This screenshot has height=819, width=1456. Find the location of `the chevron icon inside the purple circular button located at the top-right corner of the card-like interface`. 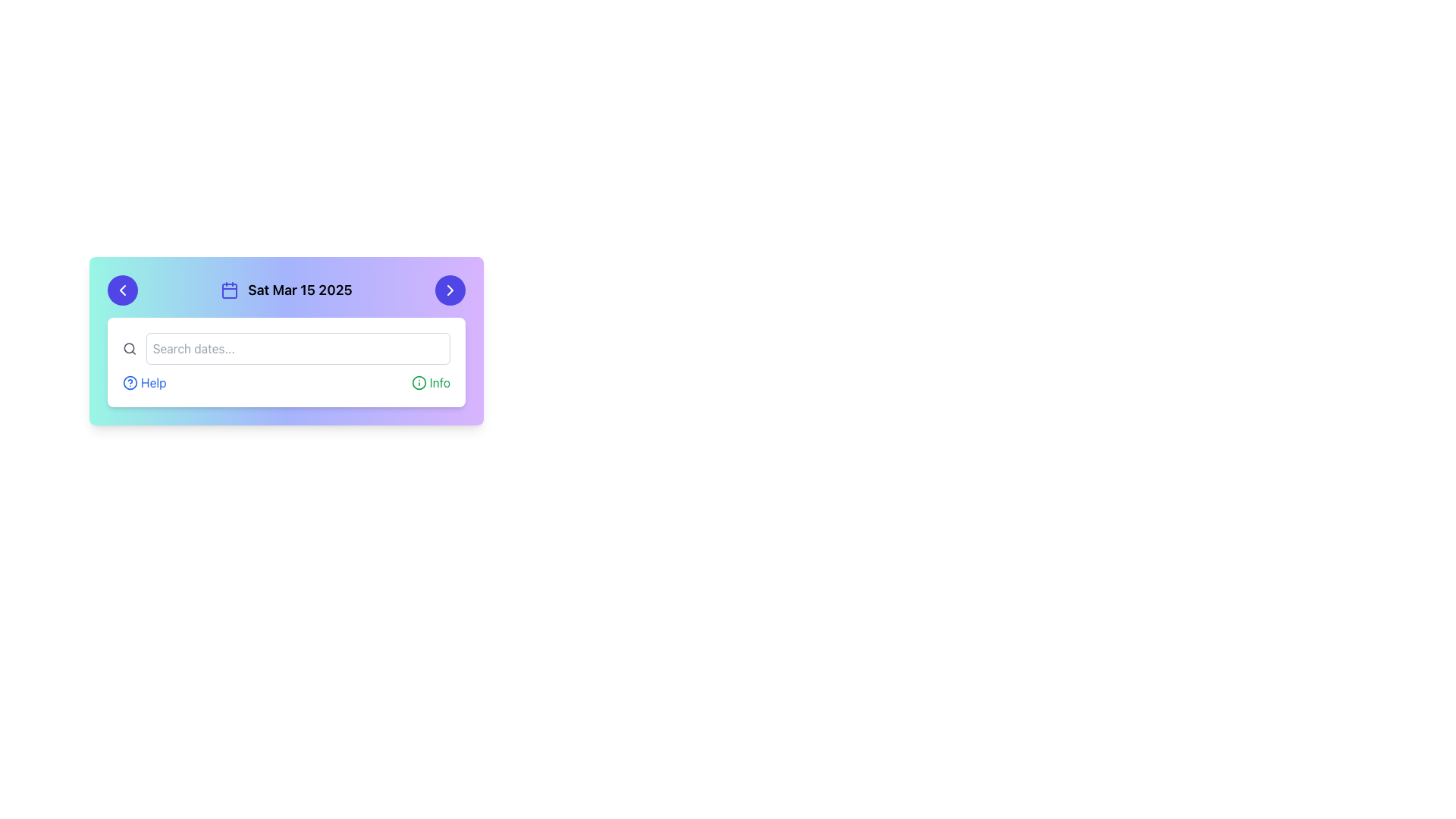

the chevron icon inside the purple circular button located at the top-right corner of the card-like interface is located at coordinates (450, 290).